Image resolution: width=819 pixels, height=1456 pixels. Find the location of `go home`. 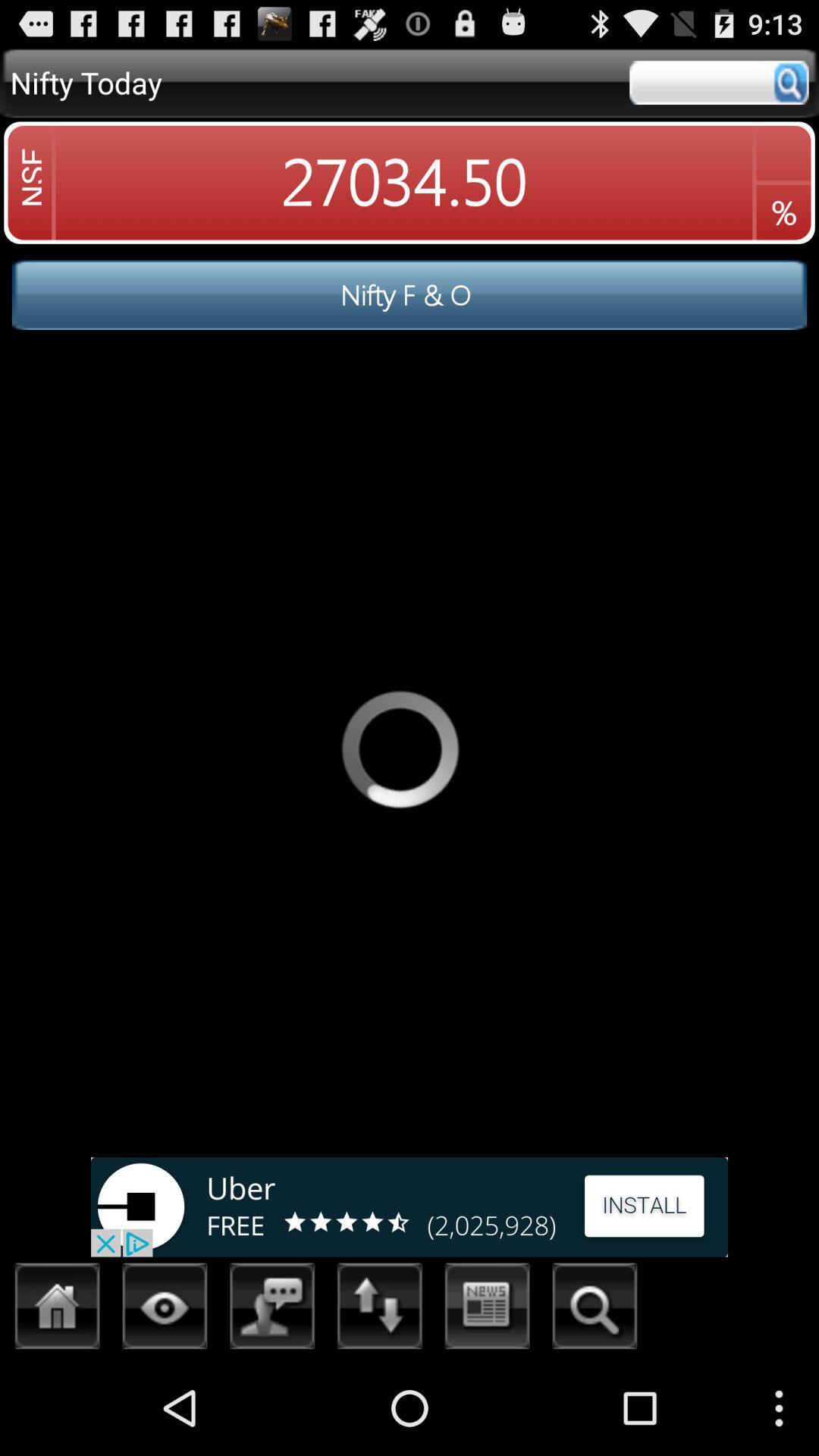

go home is located at coordinates (57, 1310).